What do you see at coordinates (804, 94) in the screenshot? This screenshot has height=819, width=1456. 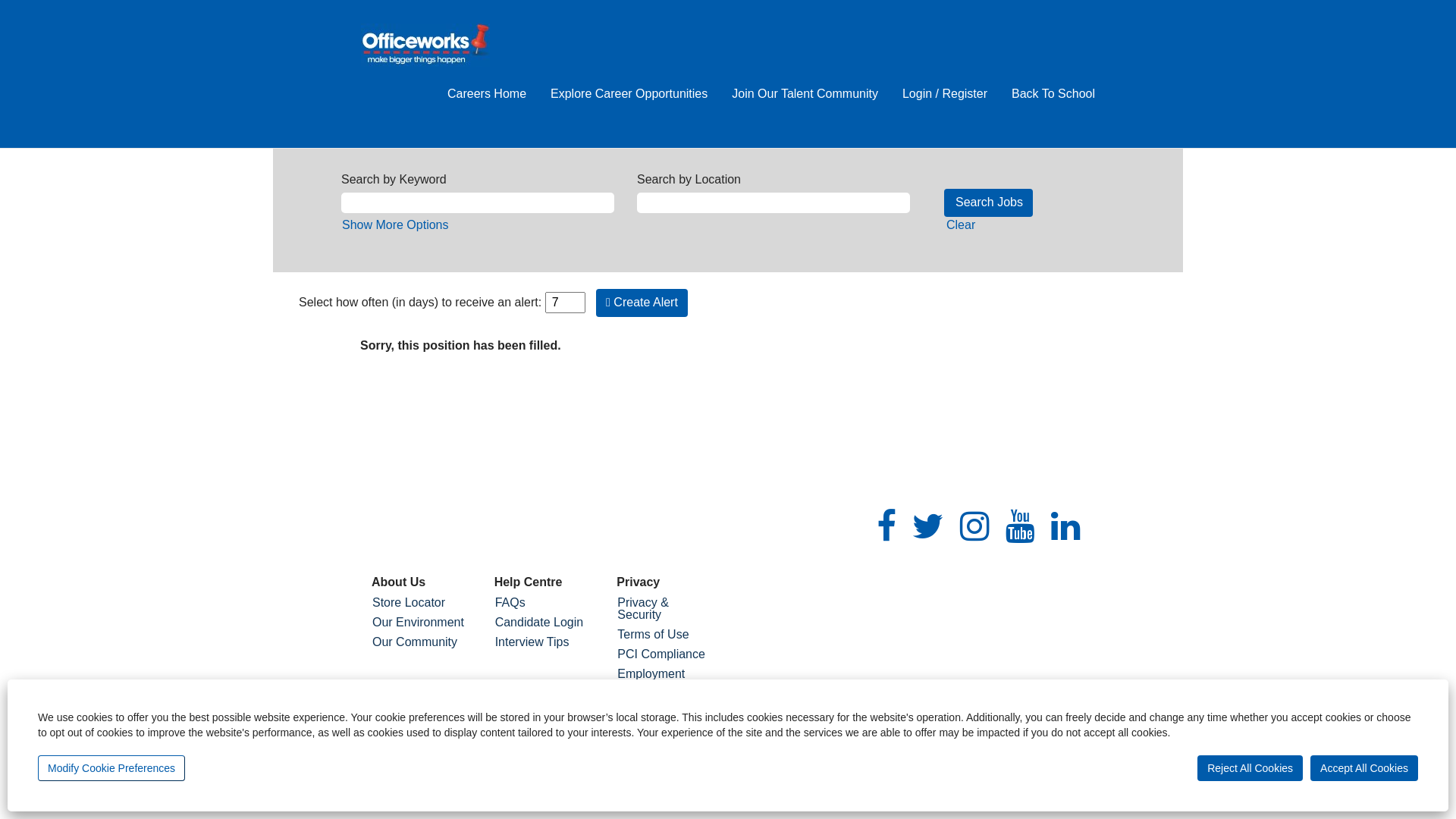 I see `'Join Our Talent Community'` at bounding box center [804, 94].